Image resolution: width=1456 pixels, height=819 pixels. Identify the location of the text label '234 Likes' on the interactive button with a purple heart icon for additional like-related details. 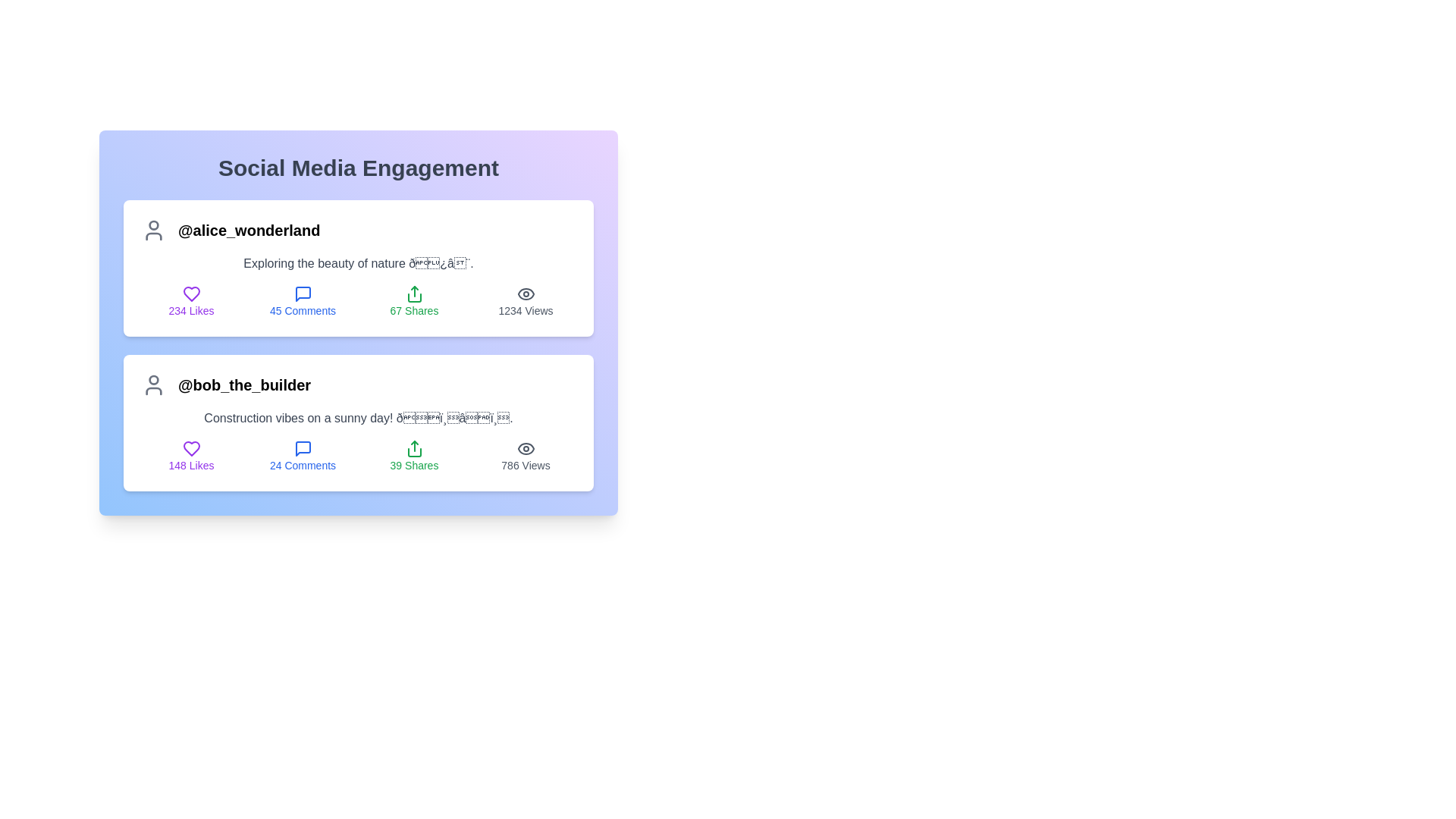
(190, 301).